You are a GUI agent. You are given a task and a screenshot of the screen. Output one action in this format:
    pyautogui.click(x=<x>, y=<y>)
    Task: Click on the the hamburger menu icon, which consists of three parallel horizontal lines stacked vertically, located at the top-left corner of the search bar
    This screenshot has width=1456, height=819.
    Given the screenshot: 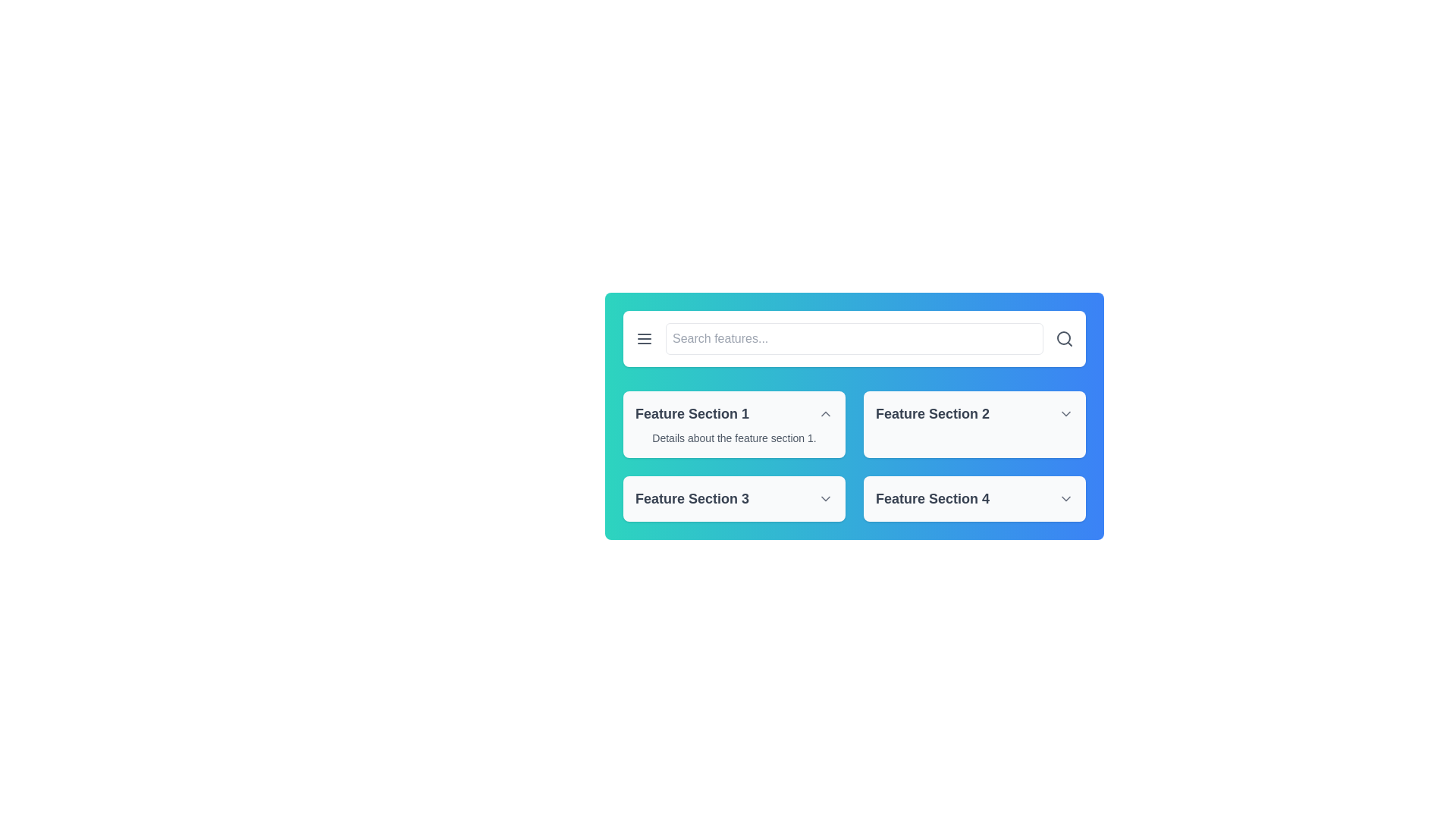 What is the action you would take?
    pyautogui.click(x=644, y=338)
    